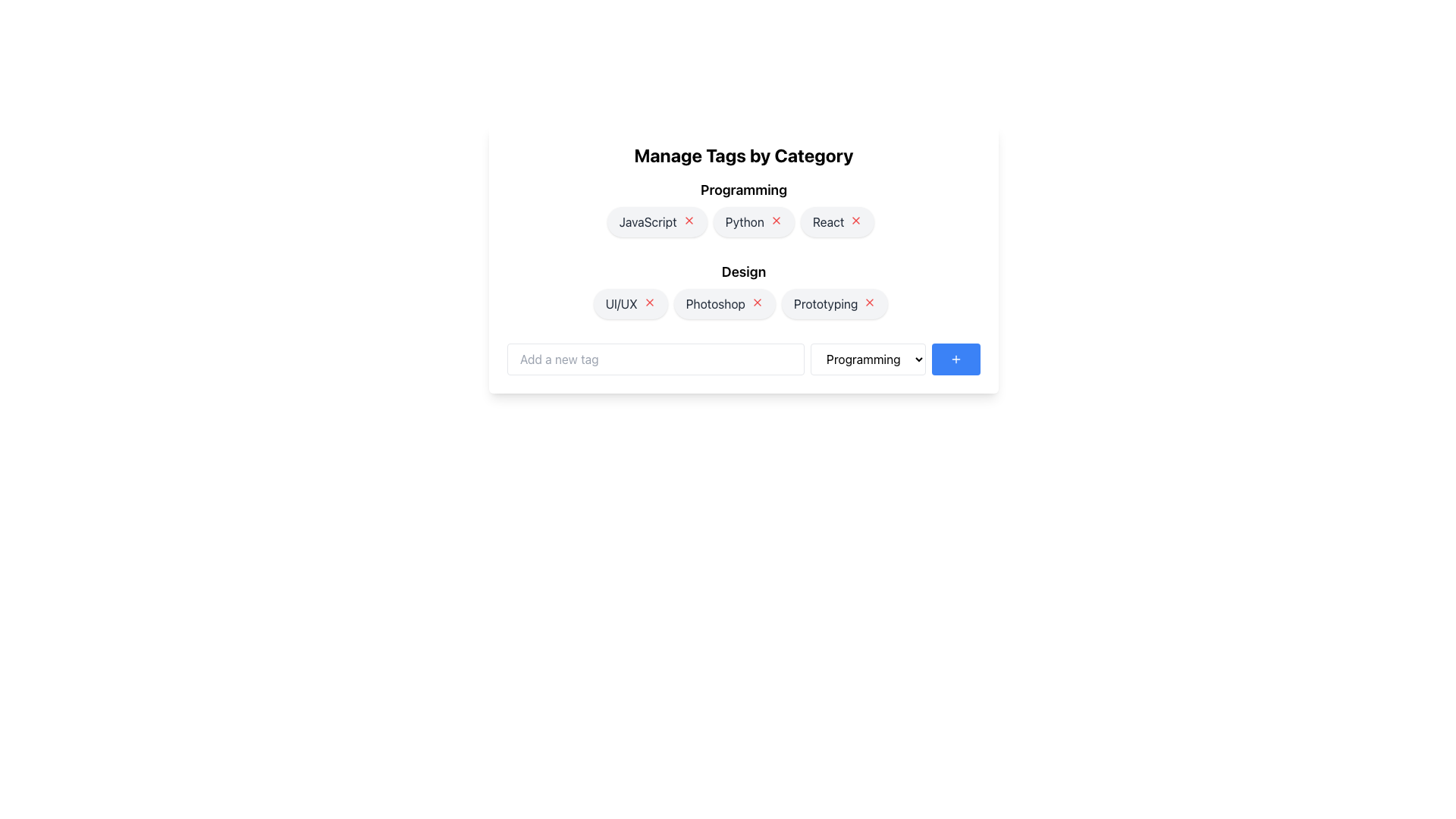 The width and height of the screenshot is (1456, 819). Describe the element at coordinates (870, 302) in the screenshot. I see `the delete button located to the right of the 'Prototyping' tag under the 'Design' section to trigger the styling change` at that location.